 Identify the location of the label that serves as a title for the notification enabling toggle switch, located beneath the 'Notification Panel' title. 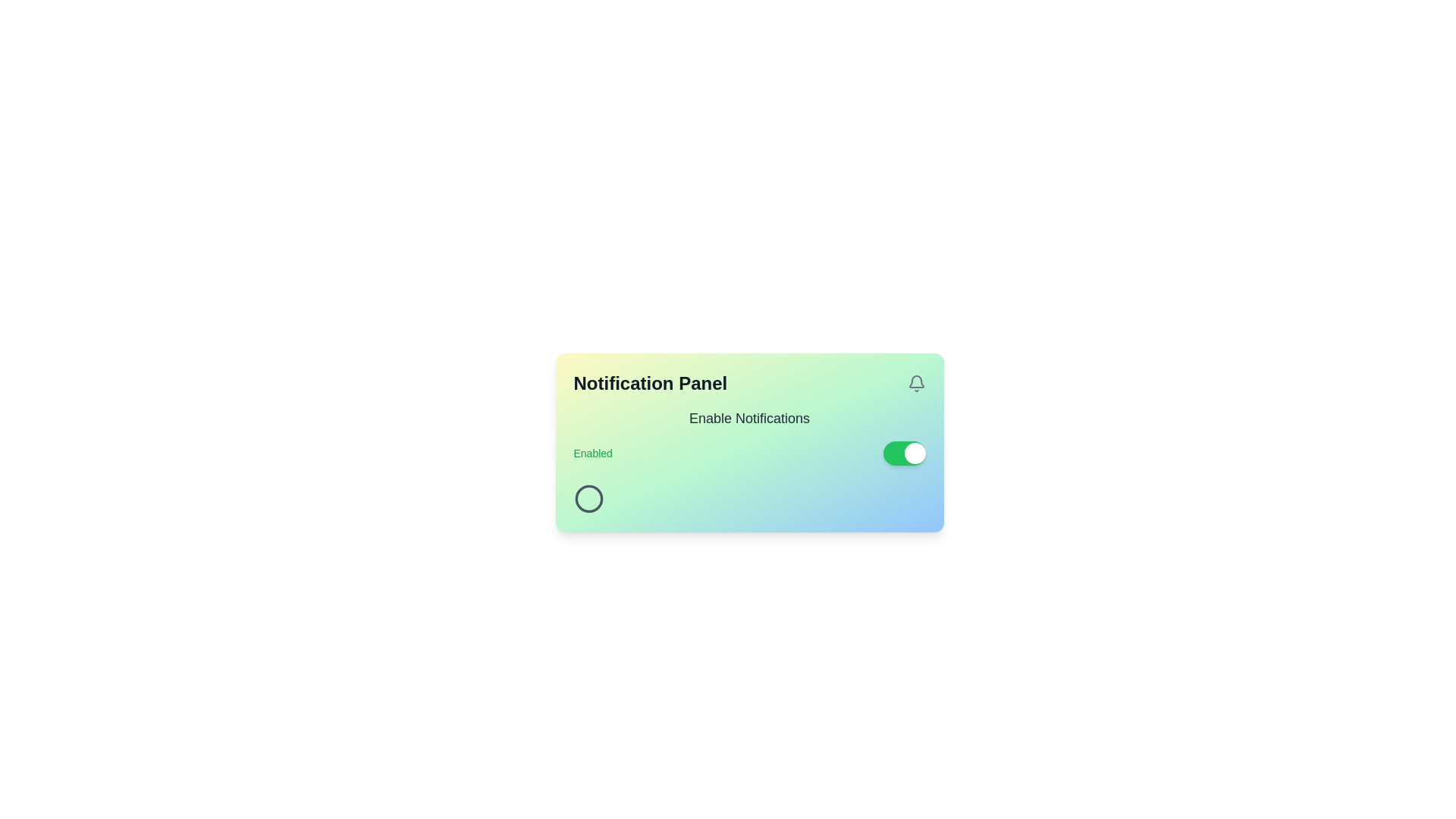
(749, 418).